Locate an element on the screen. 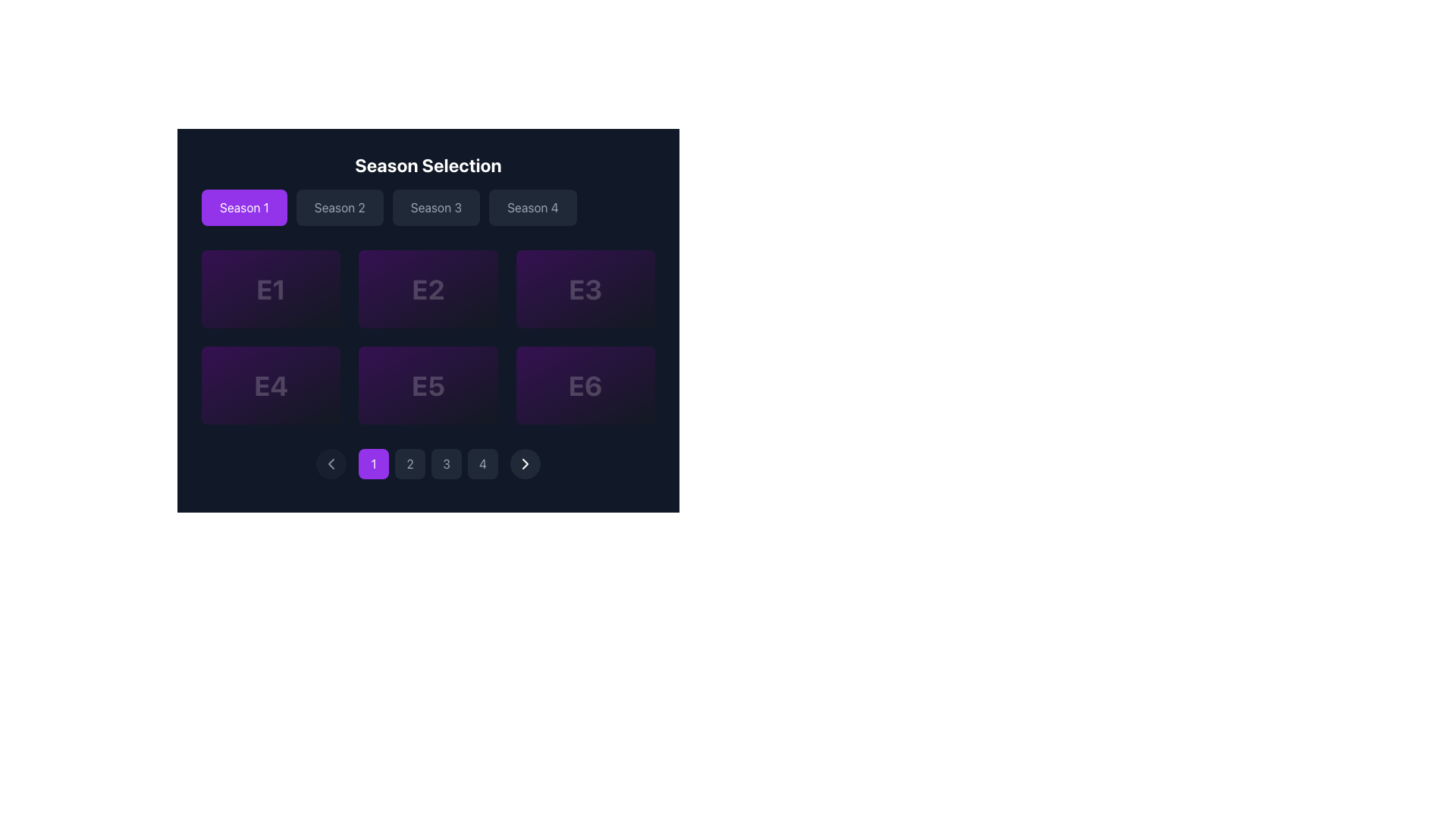 The width and height of the screenshot is (1456, 819). the text label displaying 'E5' is located at coordinates (428, 384).